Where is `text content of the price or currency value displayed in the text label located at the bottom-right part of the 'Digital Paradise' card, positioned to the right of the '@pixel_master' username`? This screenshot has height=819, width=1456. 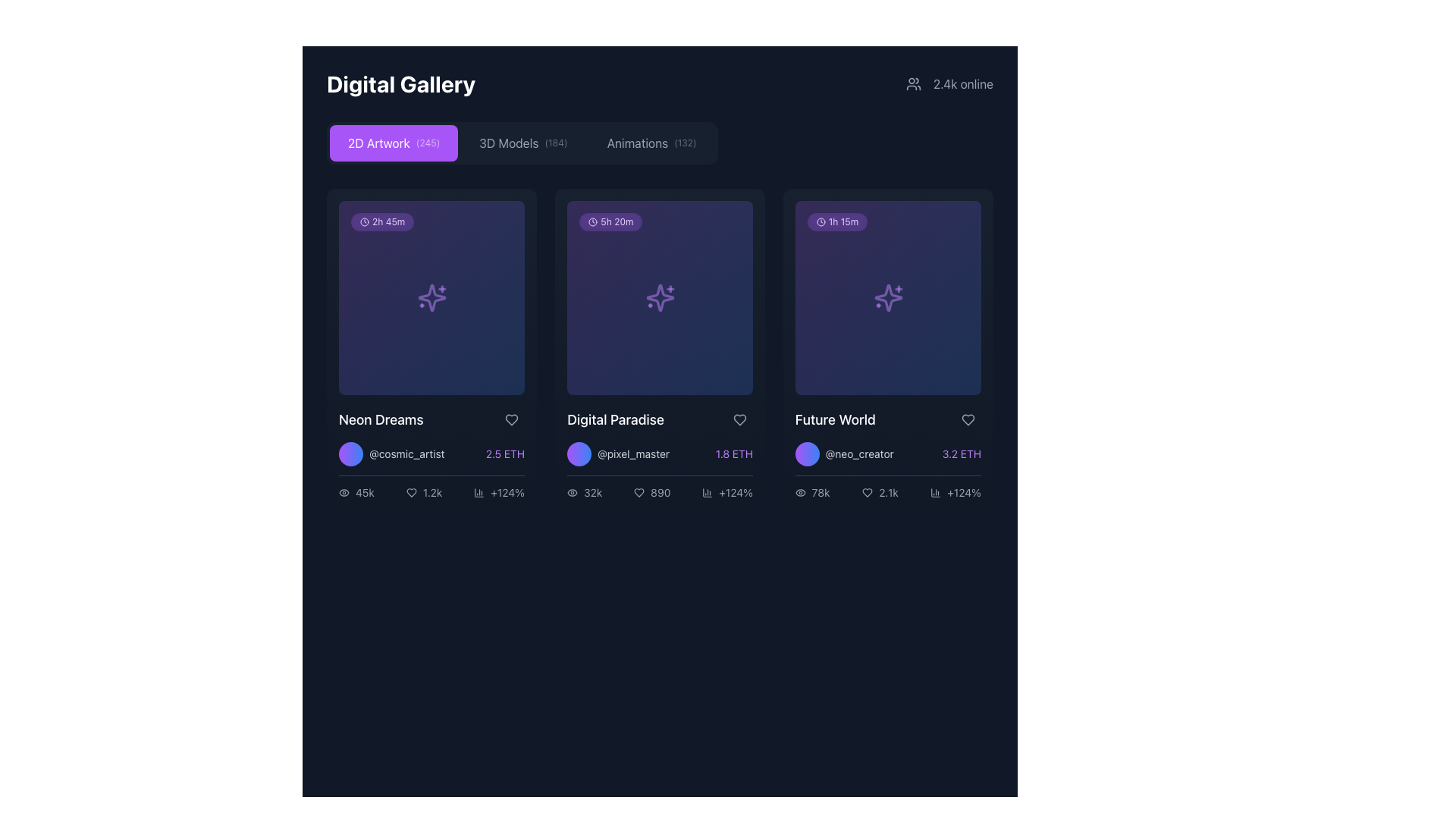 text content of the price or currency value displayed in the text label located at the bottom-right part of the 'Digital Paradise' card, positioned to the right of the '@pixel_master' username is located at coordinates (734, 453).